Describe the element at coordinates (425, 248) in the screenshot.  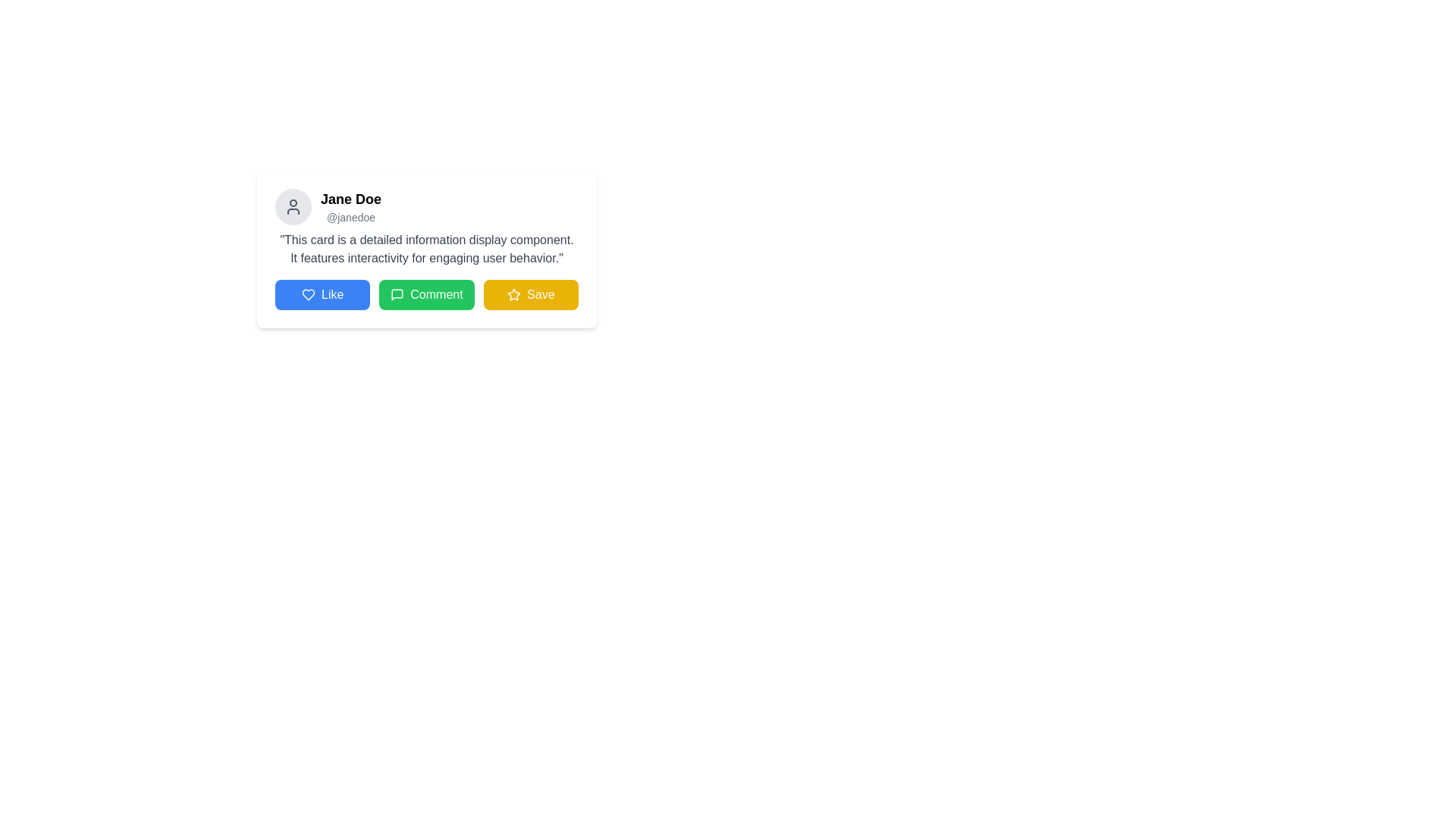
I see `descriptive text that states: 'This card is a detailed information display component. It features interactivity for engaging user behavior.' This text is plain styled in dark gray and located beneath the smaller text section '@janedoe'` at that location.